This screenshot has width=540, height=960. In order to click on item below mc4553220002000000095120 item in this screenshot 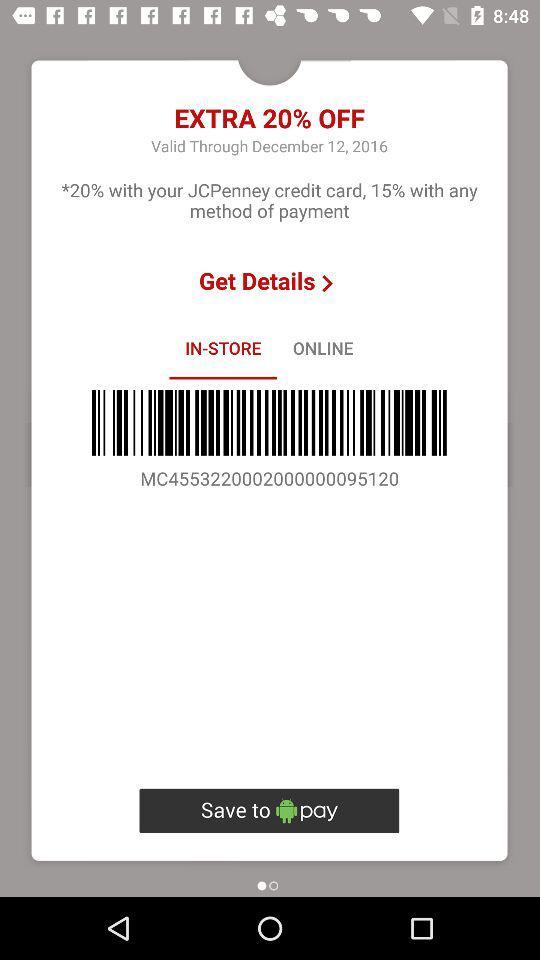, I will do `click(269, 810)`.